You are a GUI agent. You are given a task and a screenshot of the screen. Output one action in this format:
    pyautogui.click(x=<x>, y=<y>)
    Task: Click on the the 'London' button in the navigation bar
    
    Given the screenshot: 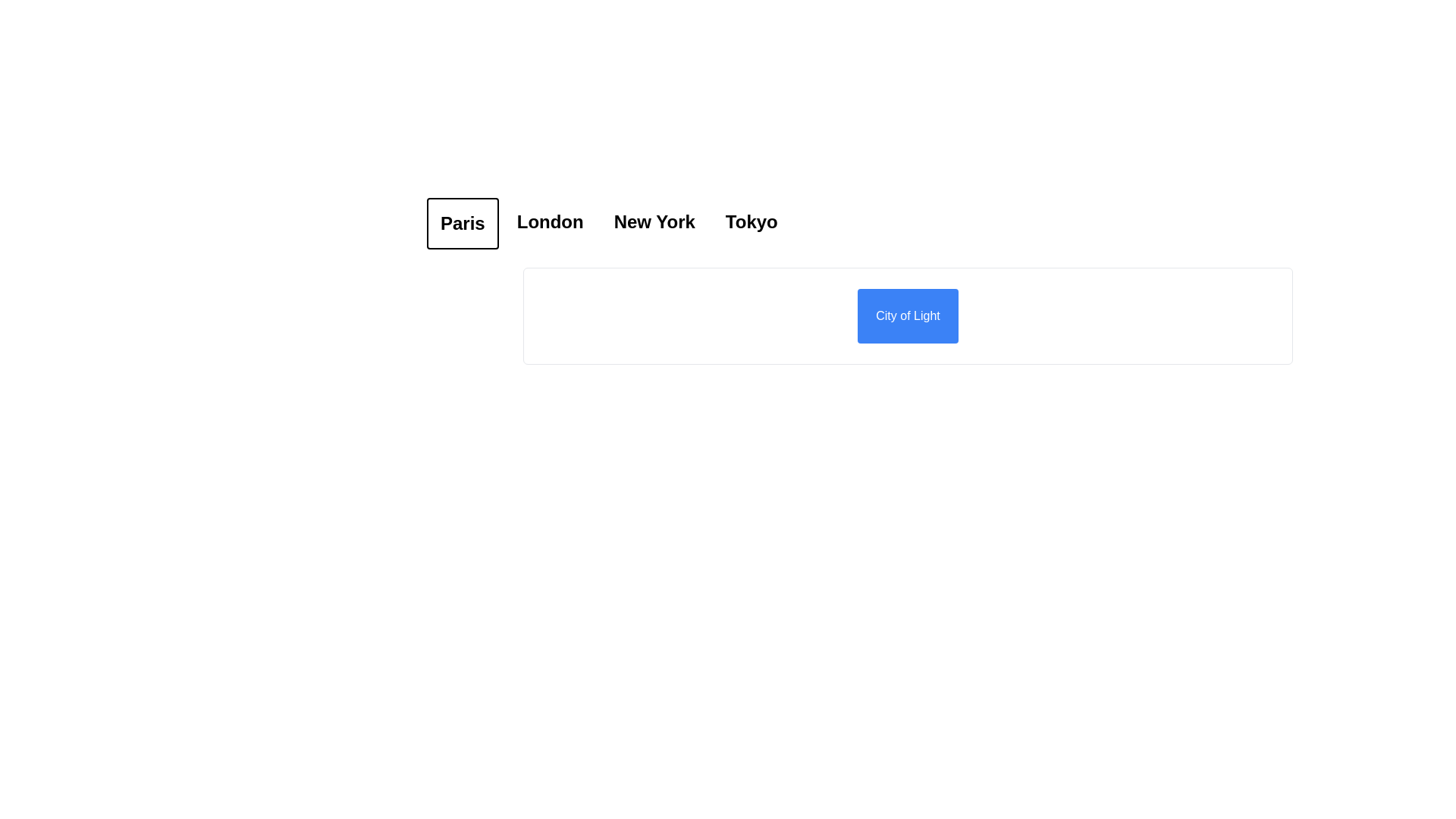 What is the action you would take?
    pyautogui.click(x=549, y=223)
    